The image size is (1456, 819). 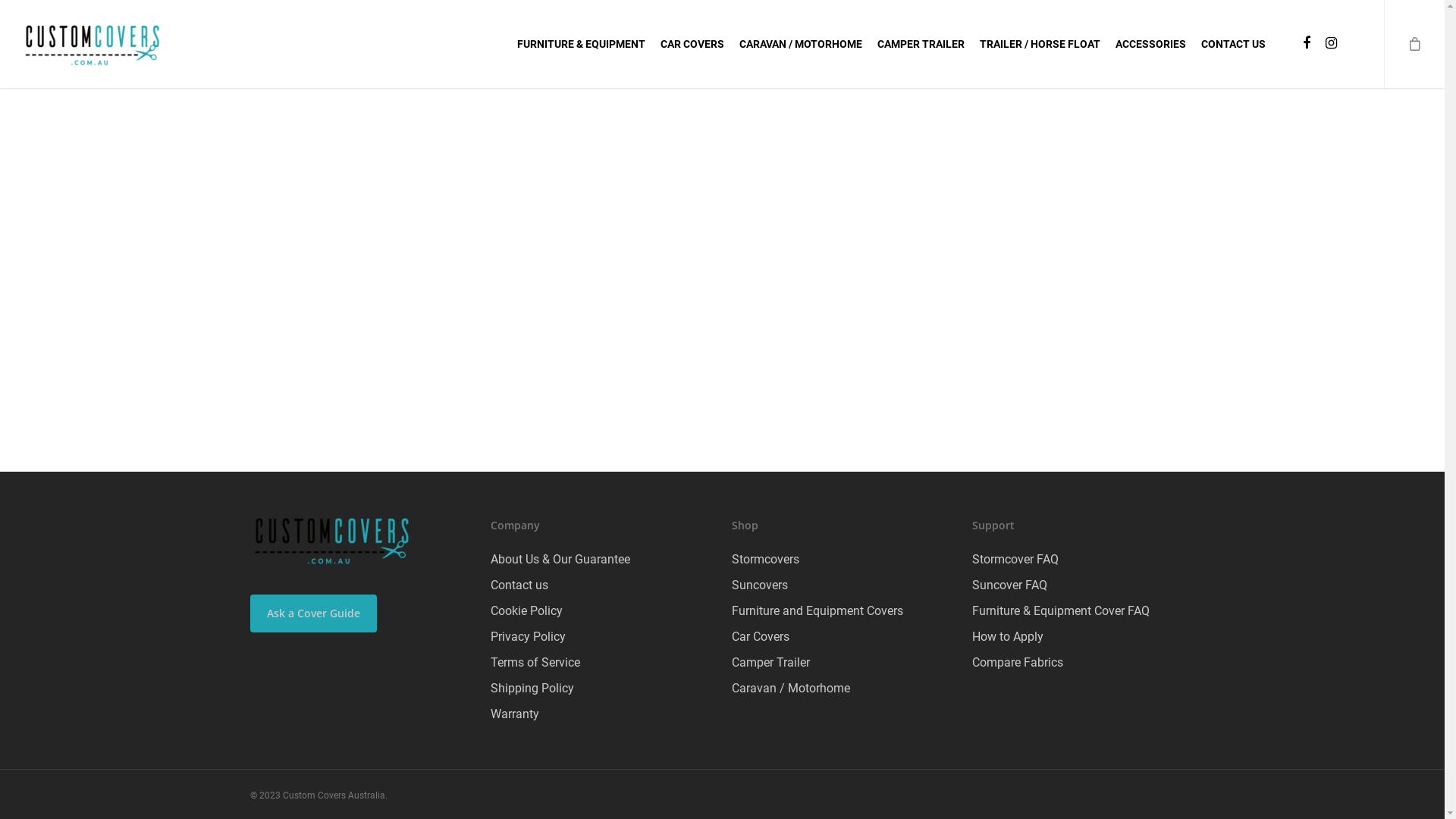 What do you see at coordinates (312, 613) in the screenshot?
I see `'Ask a Cover Guide'` at bounding box center [312, 613].